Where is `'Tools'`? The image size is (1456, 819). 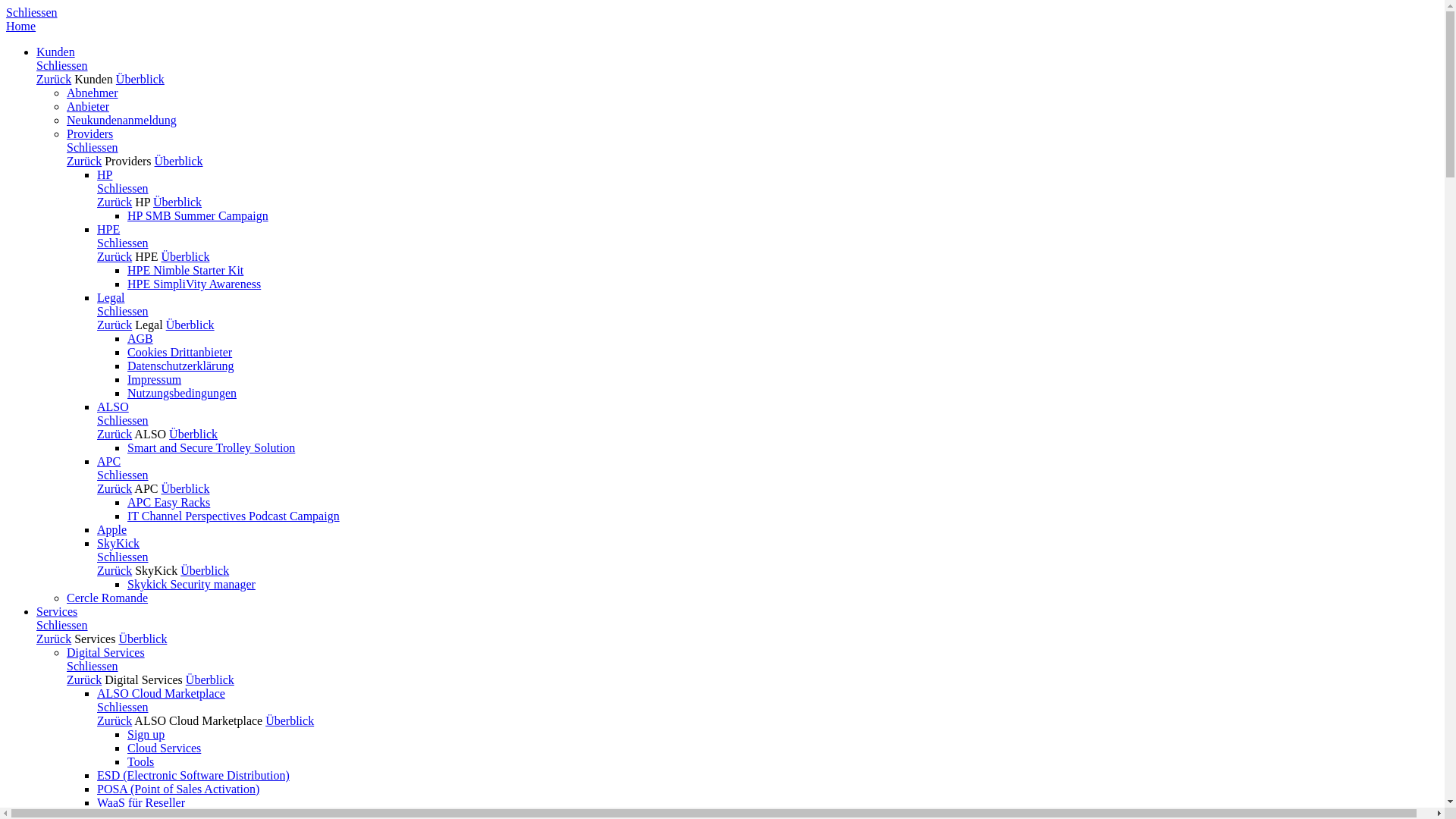
'Tools' is located at coordinates (140, 761).